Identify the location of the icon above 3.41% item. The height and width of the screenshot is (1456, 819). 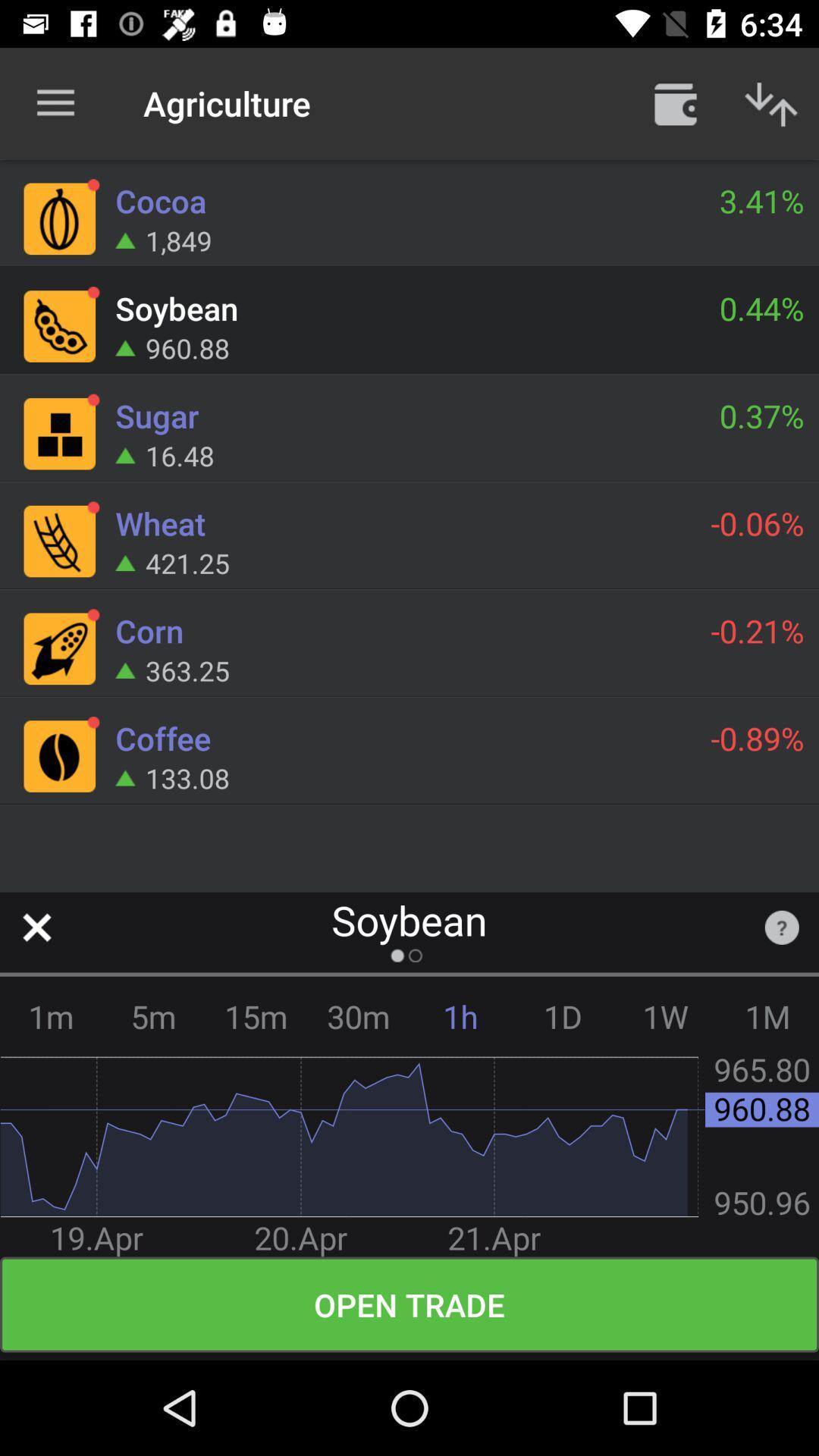
(675, 102).